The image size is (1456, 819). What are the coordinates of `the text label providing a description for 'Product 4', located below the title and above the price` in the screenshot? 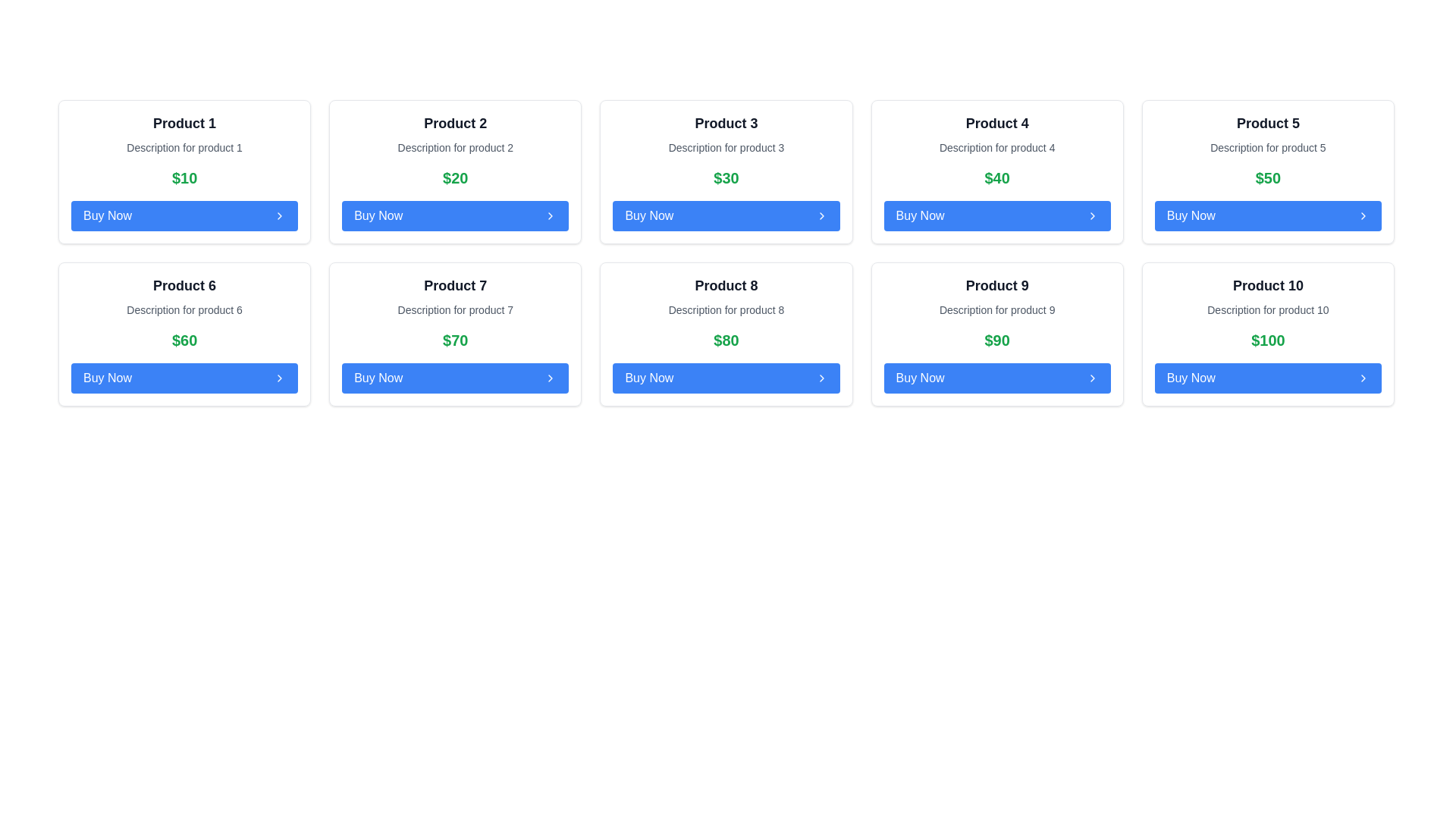 It's located at (997, 148).